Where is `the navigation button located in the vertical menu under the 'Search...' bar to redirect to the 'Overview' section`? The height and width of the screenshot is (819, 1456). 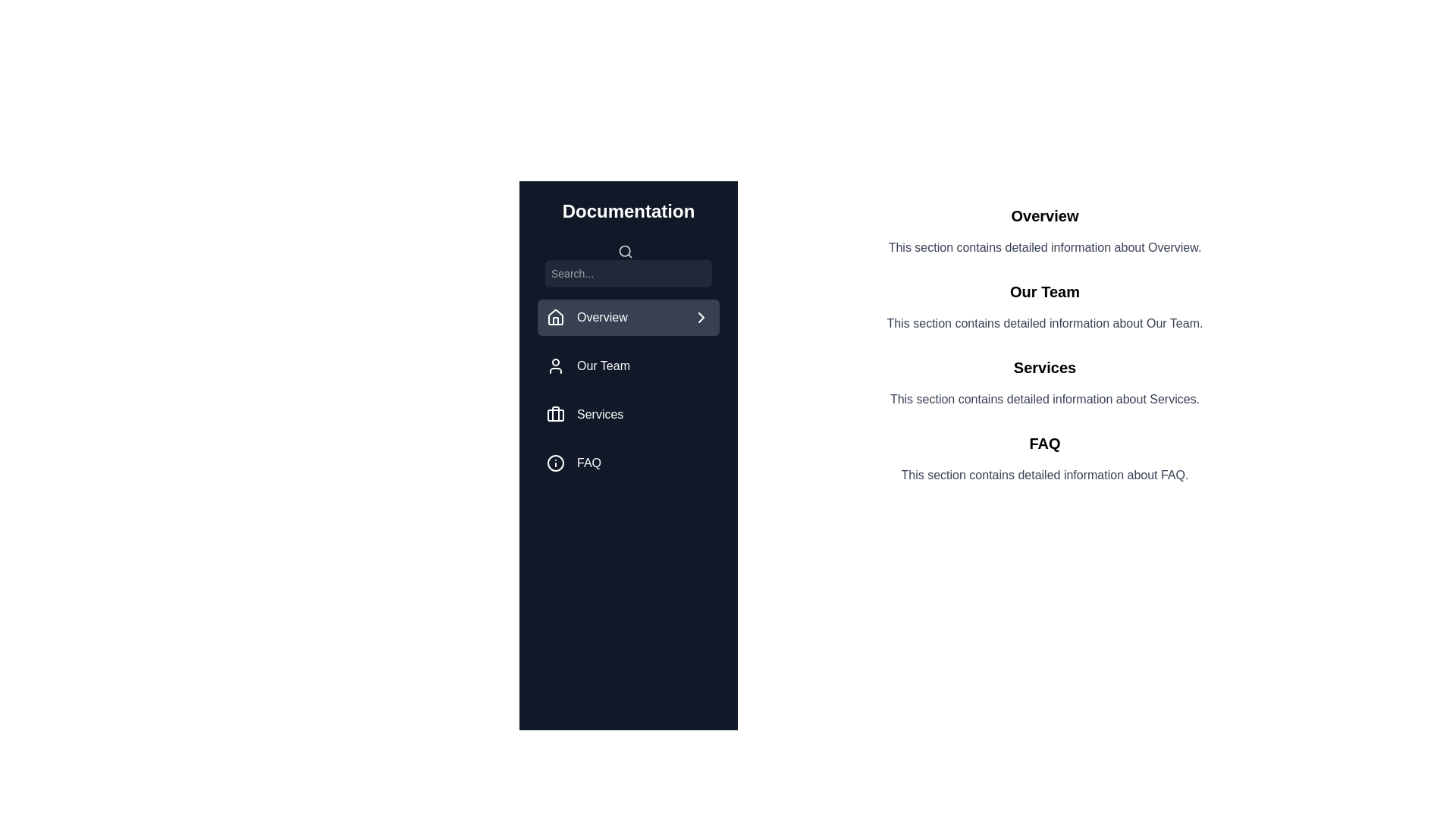
the navigation button located in the vertical menu under the 'Search...' bar to redirect to the 'Overview' section is located at coordinates (629, 317).